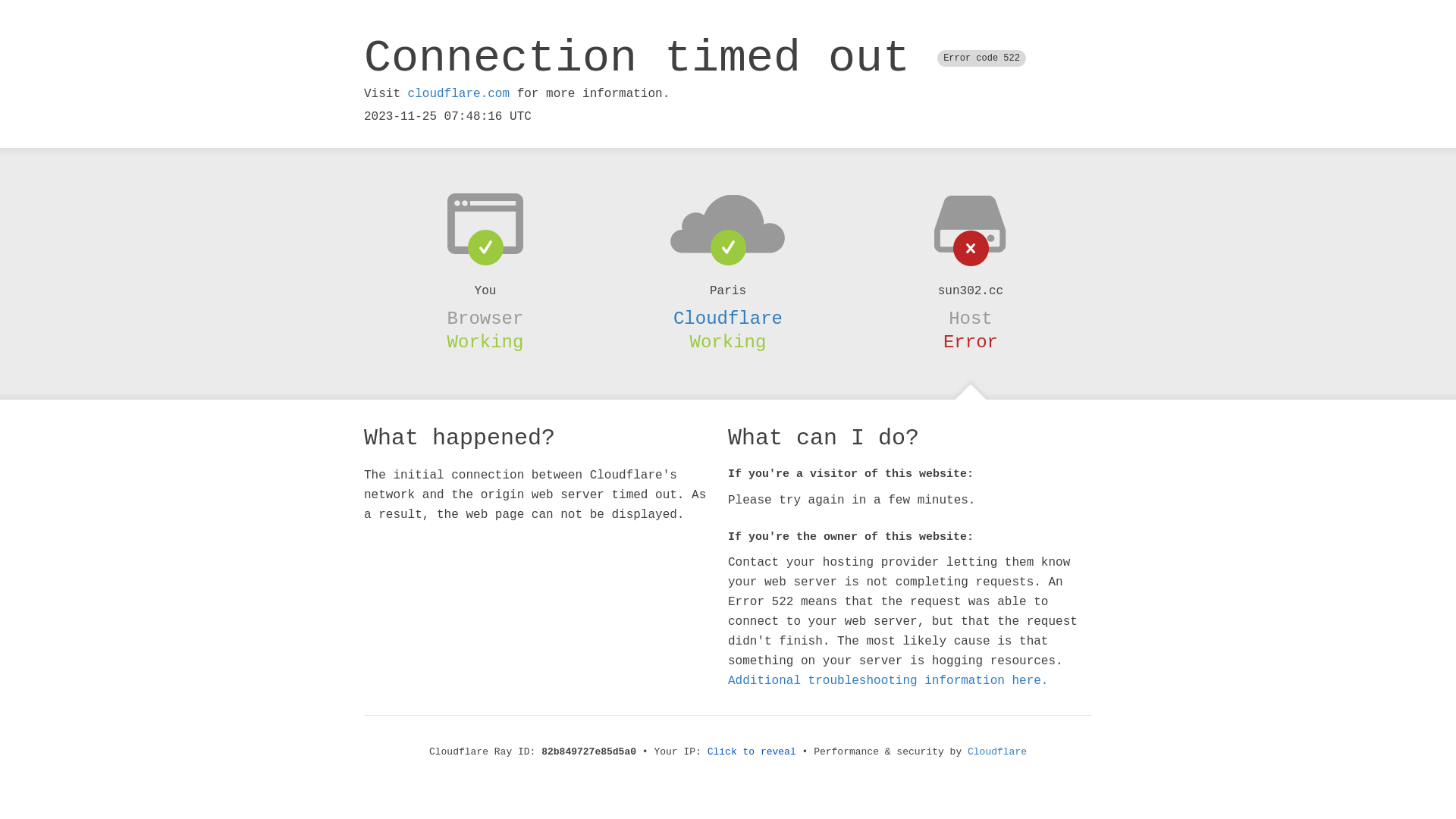 The height and width of the screenshot is (819, 1456). Describe the element at coordinates (888, 680) in the screenshot. I see `'Additional troubleshooting information here.'` at that location.